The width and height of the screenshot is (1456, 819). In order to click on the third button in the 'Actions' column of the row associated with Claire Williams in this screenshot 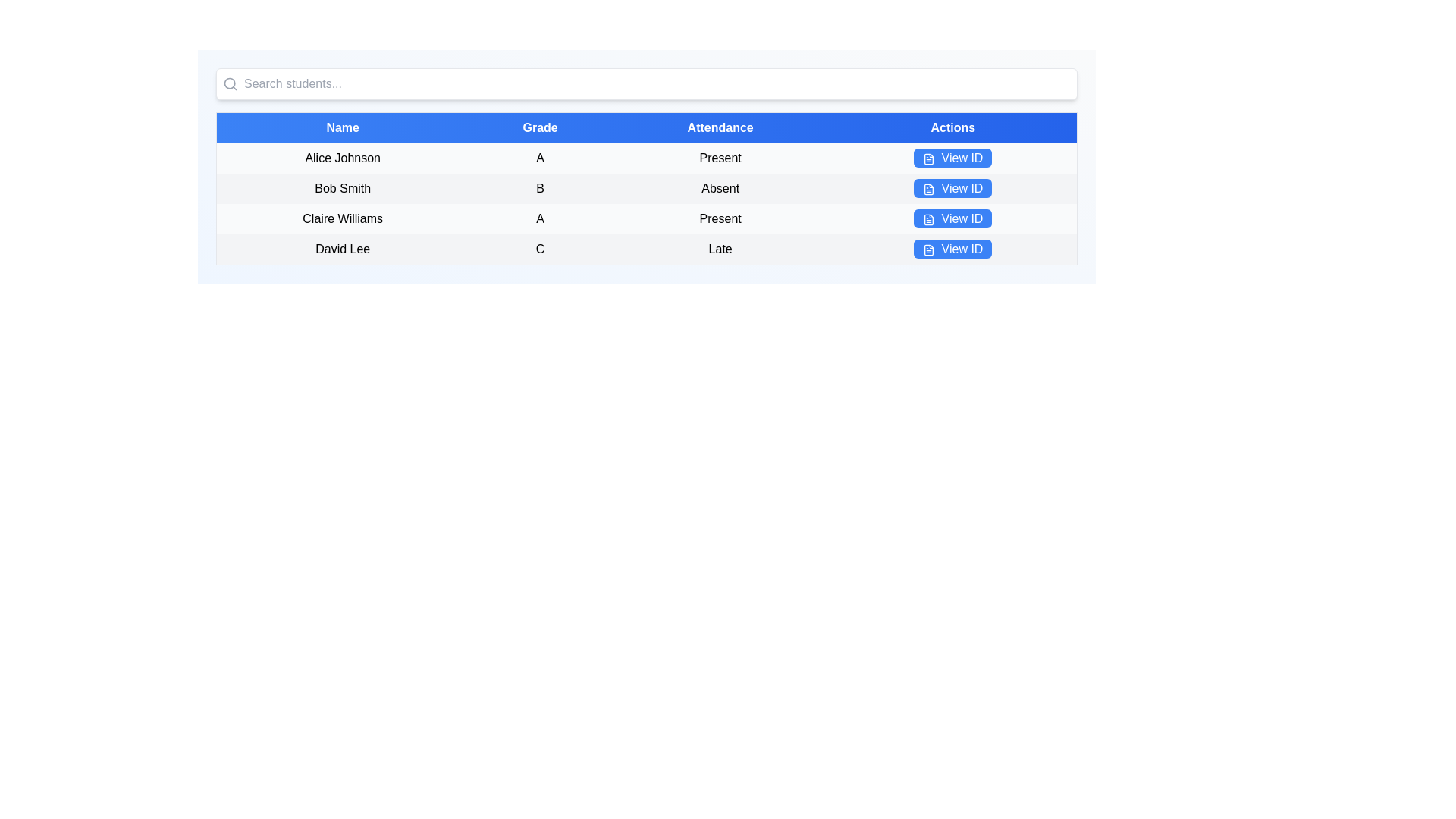, I will do `click(952, 219)`.